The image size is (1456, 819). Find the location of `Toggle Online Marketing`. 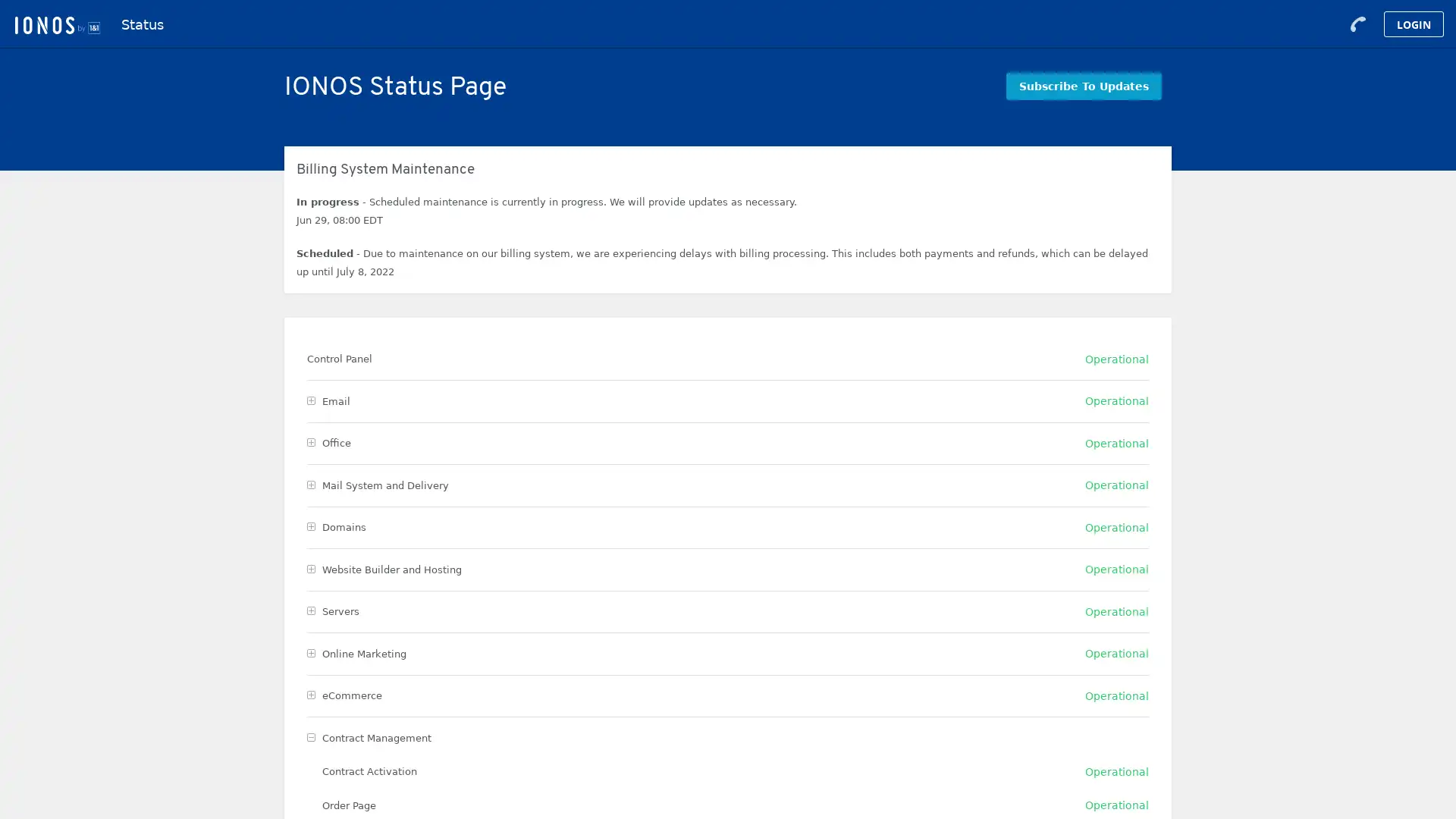

Toggle Online Marketing is located at coordinates (310, 652).